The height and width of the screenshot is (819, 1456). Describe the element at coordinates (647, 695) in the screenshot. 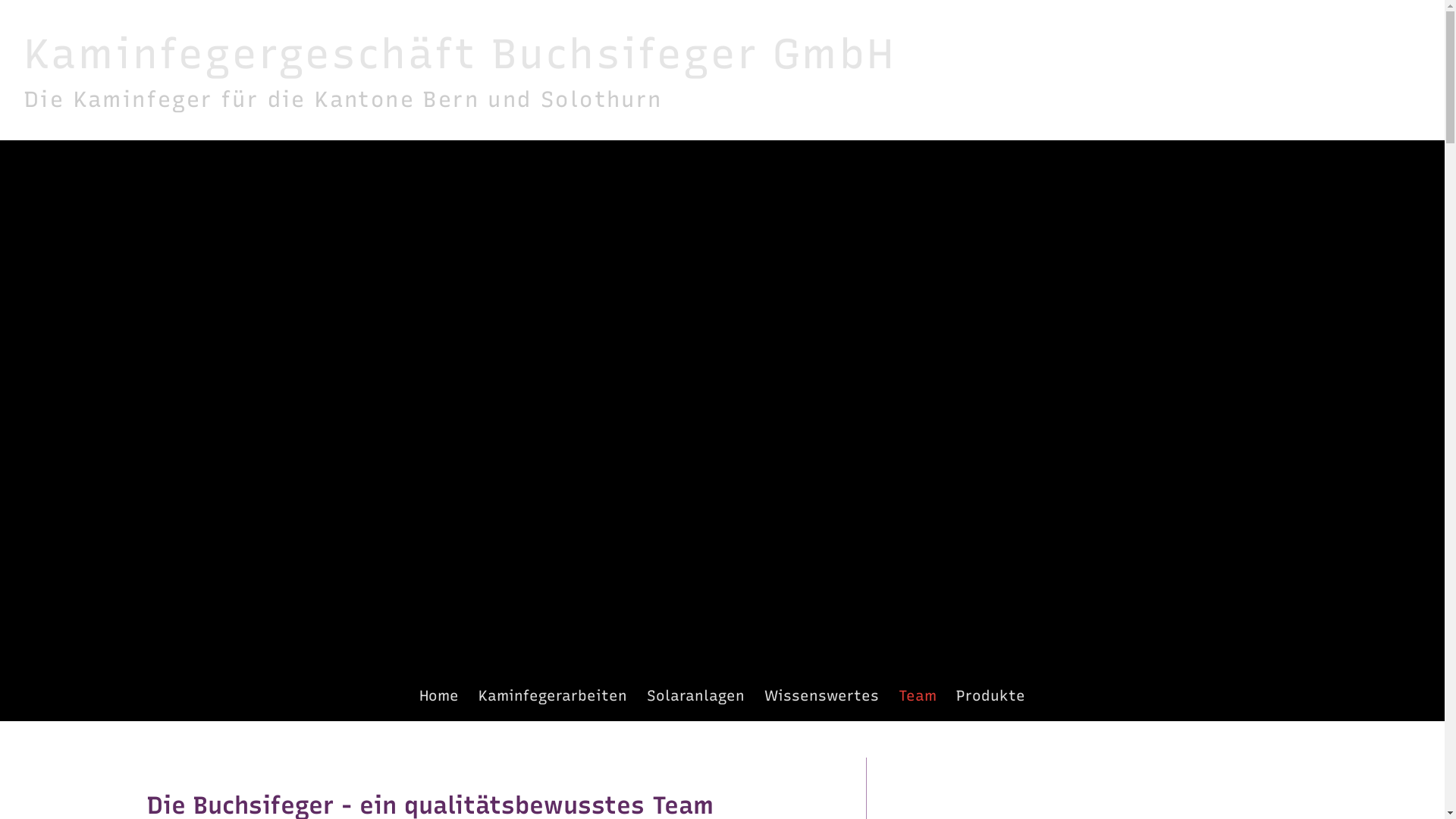

I see `'Solaranlagen'` at that location.